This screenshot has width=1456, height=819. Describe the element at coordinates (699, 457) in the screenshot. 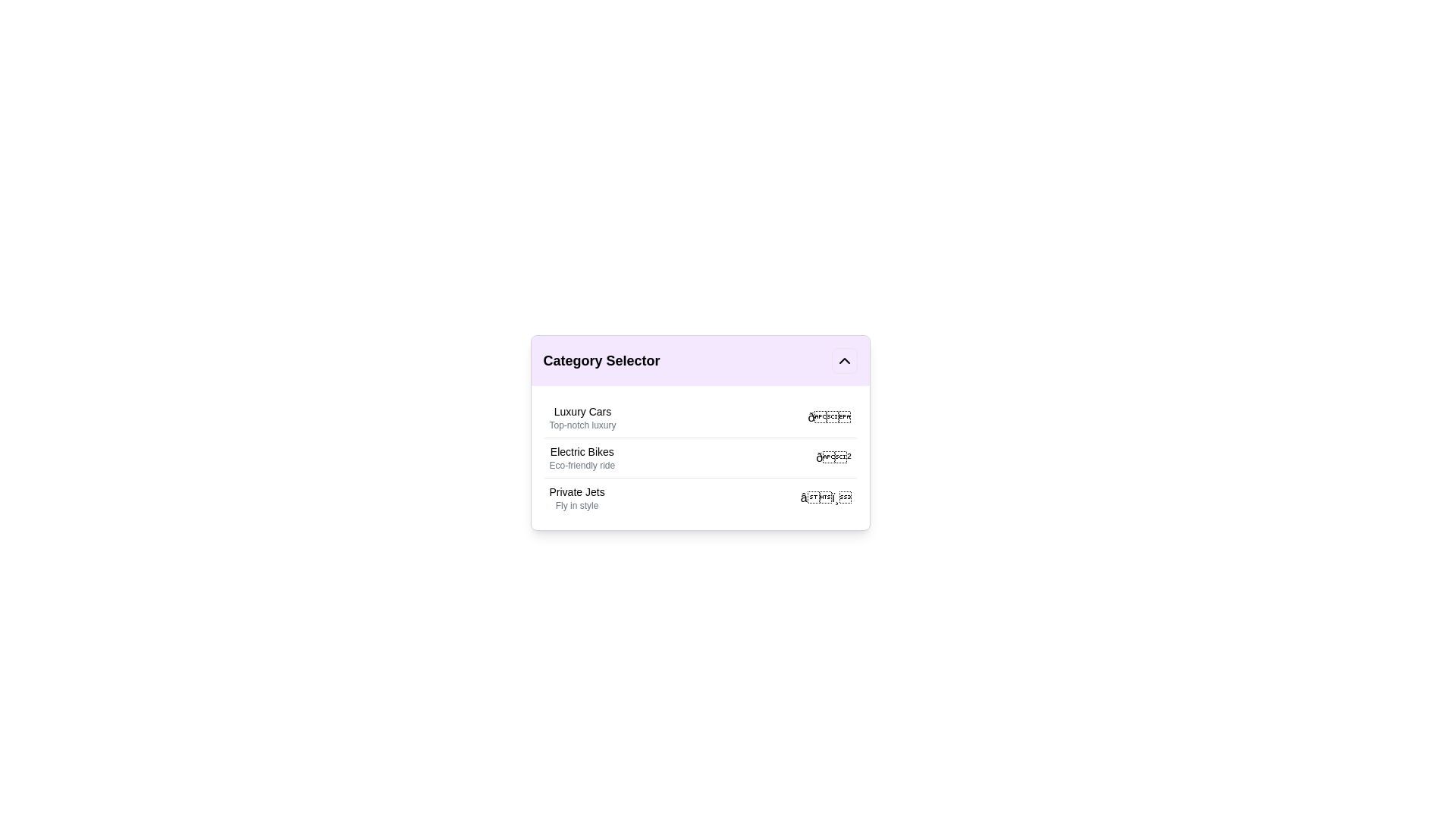

I see `the 'Electric Bikes' list item in the 'Category Selector'` at that location.